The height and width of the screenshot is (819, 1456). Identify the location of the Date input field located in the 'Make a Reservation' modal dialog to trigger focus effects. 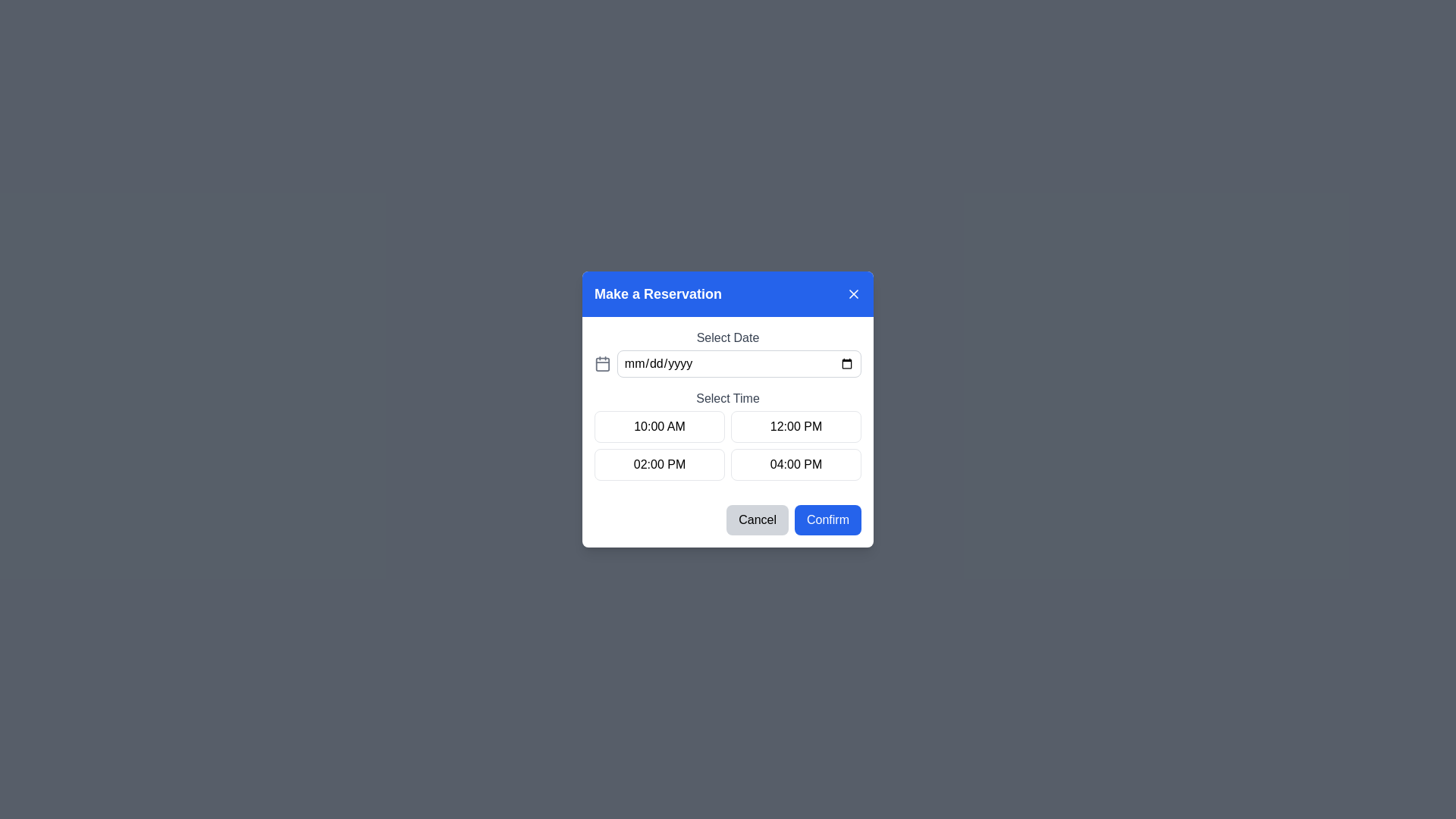
(728, 353).